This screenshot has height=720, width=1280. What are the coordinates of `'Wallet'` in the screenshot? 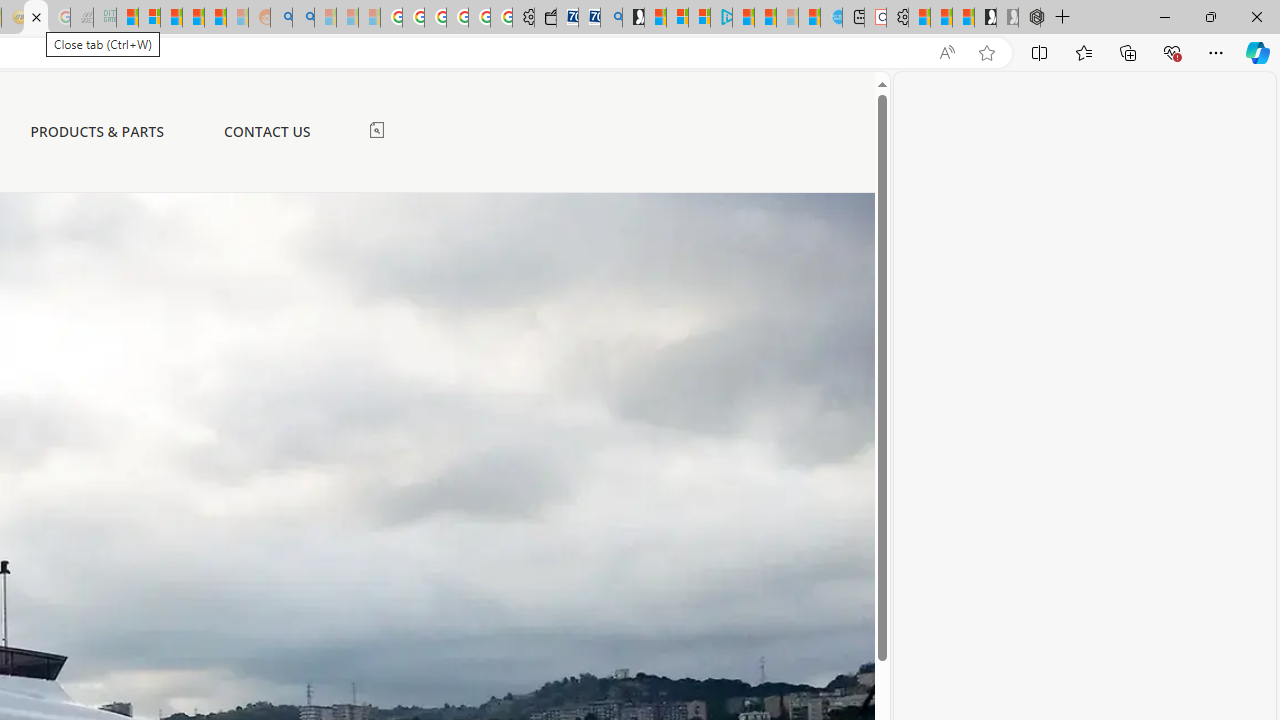 It's located at (545, 17).